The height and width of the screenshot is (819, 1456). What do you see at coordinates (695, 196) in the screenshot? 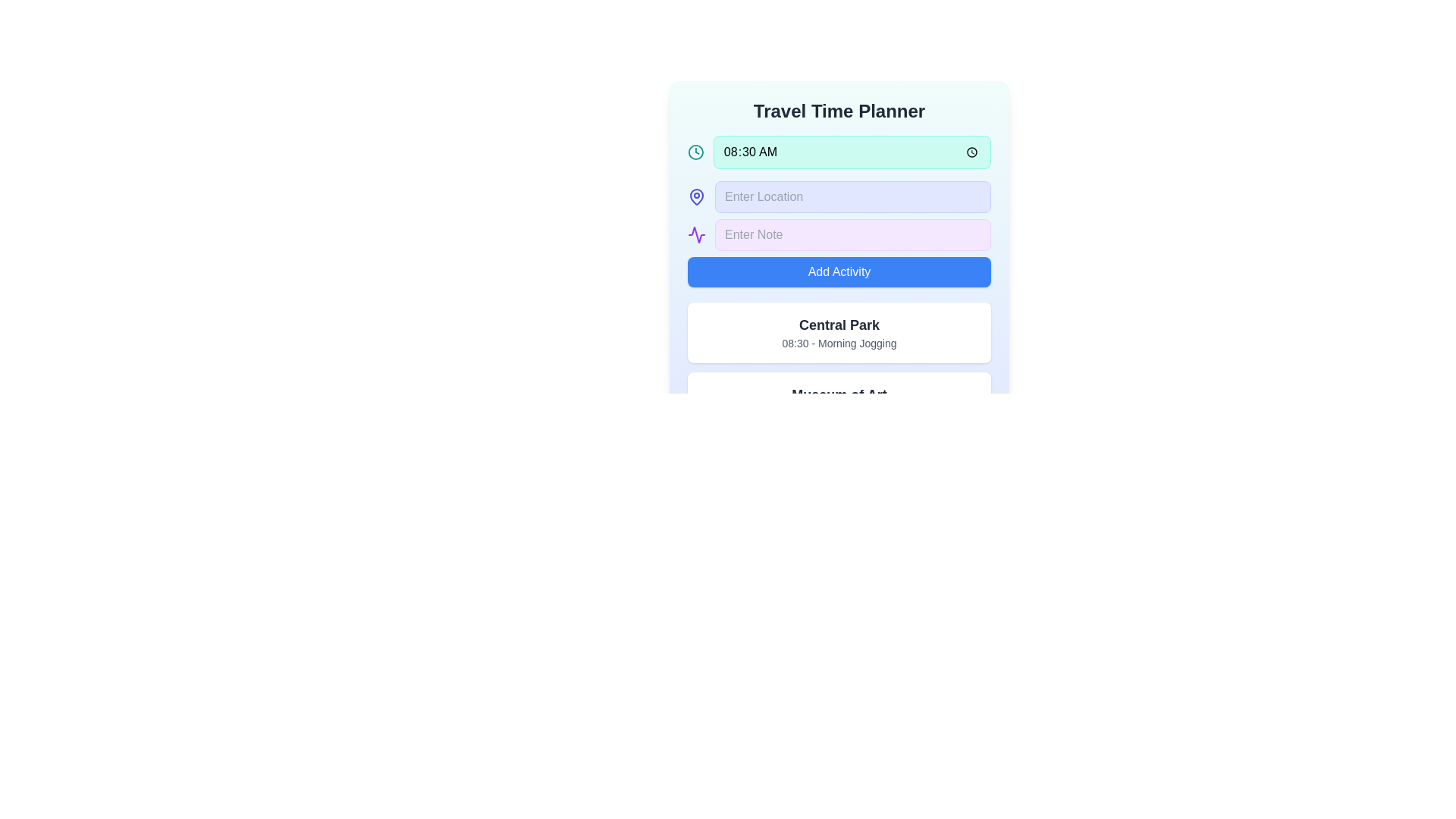
I see `map pin icon located to the left of the 'Enter Location' text box for design verification` at bounding box center [695, 196].